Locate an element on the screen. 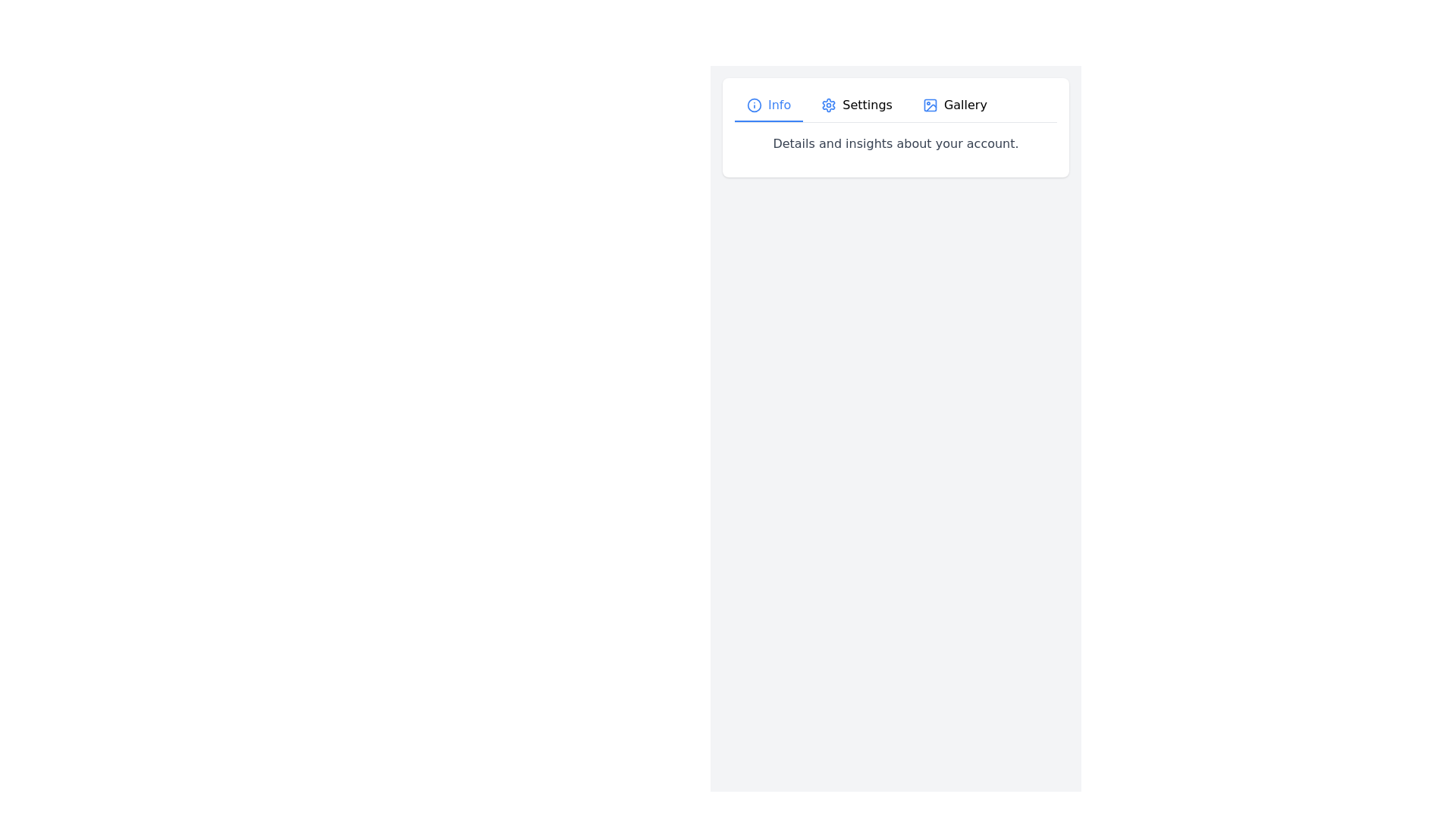 The width and height of the screenshot is (1456, 819). the 'Gallery' tab in the horizontal navigation bar is located at coordinates (954, 105).